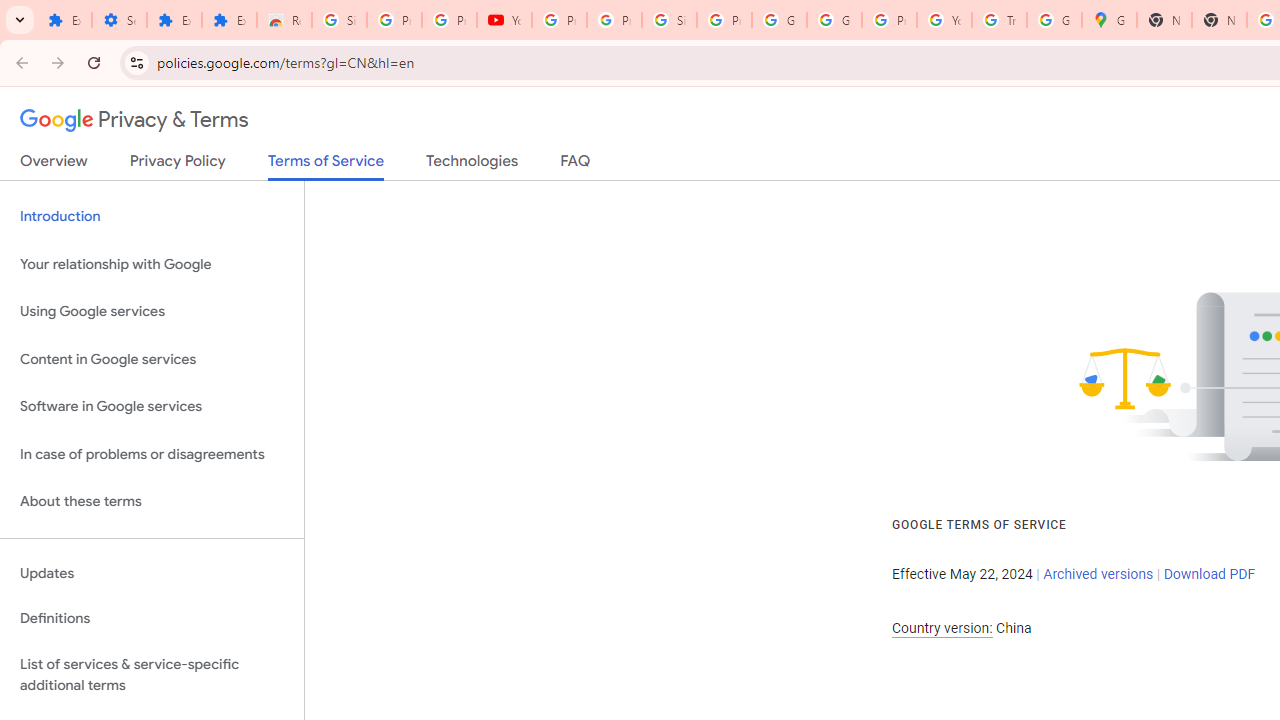 The width and height of the screenshot is (1280, 720). What do you see at coordinates (151, 501) in the screenshot?
I see `'About these terms'` at bounding box center [151, 501].